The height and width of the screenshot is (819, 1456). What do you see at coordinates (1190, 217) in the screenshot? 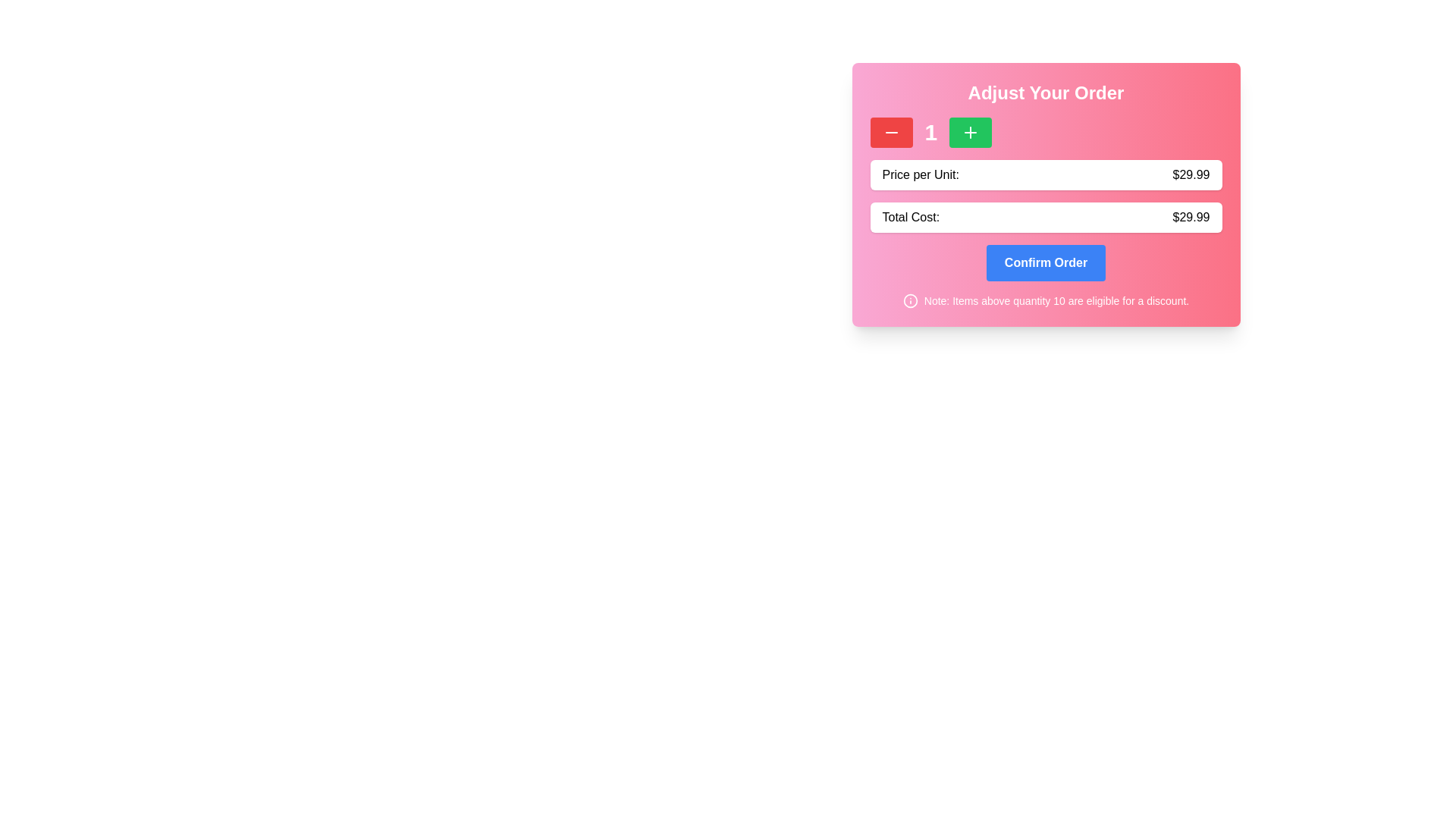
I see `the Text Label displaying the amount '$29.99' that is aligned next to 'Total Cost:' within the pink panel labeled 'Adjust Your Order'` at bounding box center [1190, 217].